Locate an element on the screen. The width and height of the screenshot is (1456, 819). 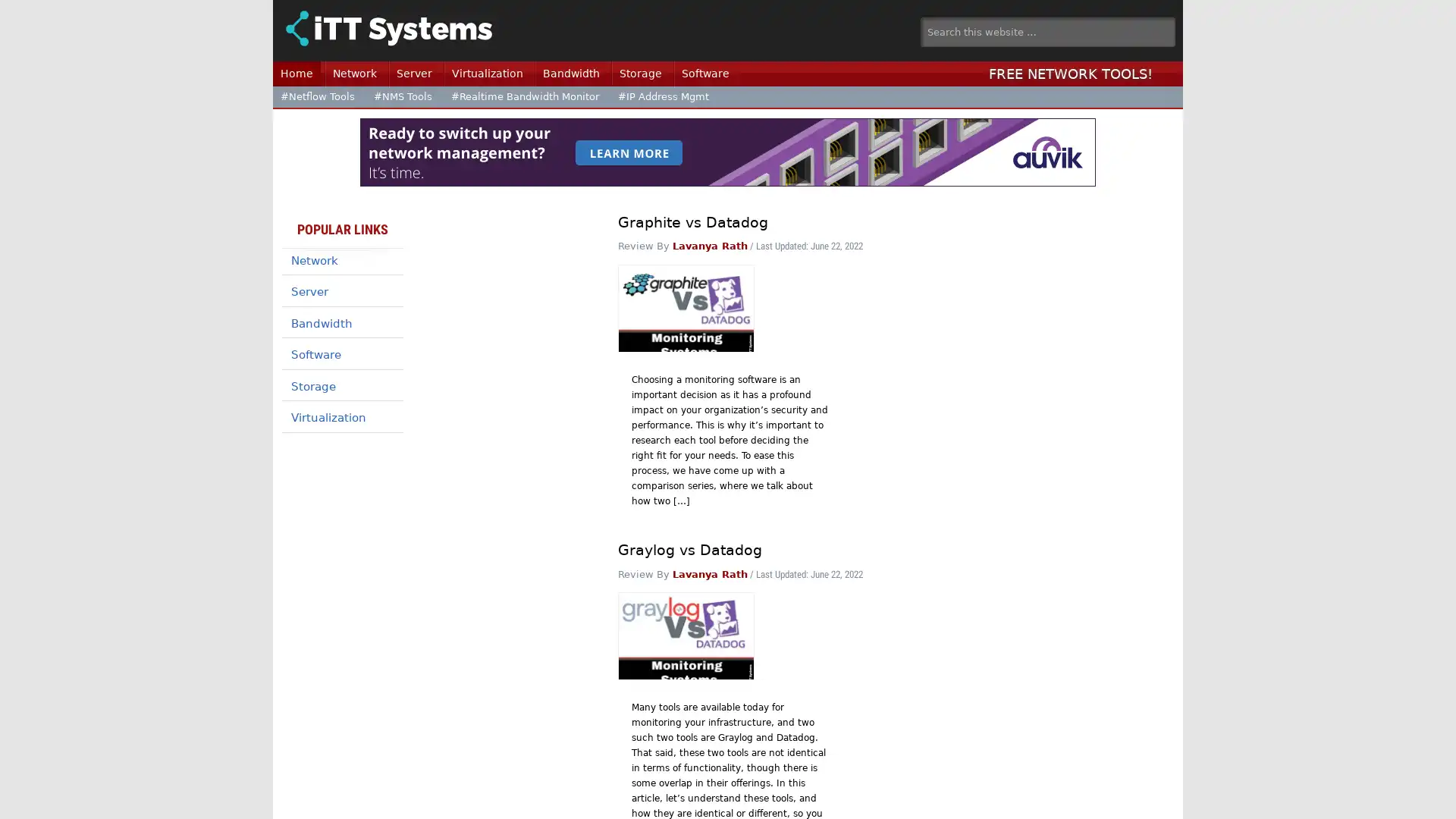
Search is located at coordinates (1183, 26).